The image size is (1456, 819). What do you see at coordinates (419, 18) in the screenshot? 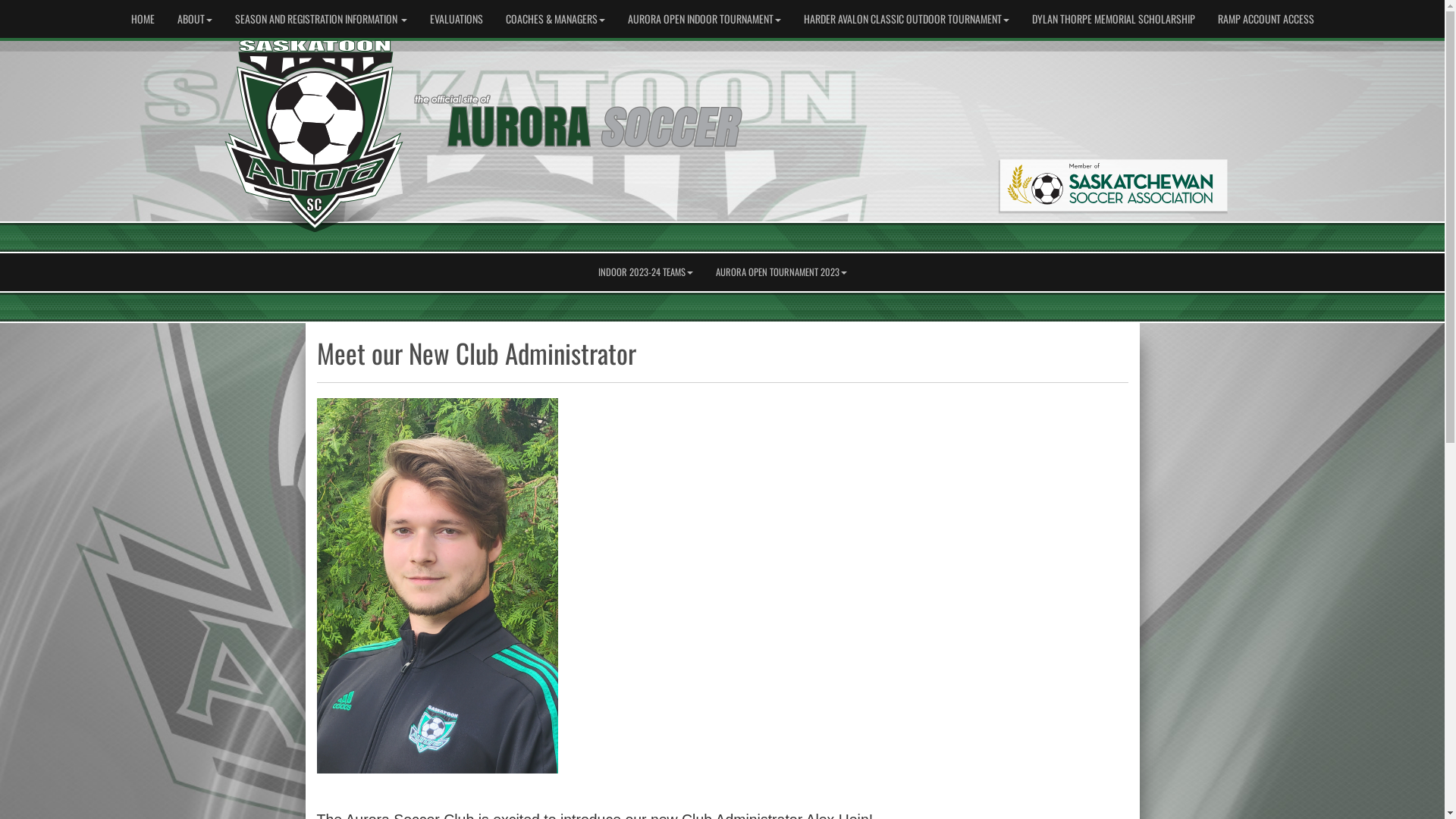
I see `'EVALUATIONS'` at bounding box center [419, 18].